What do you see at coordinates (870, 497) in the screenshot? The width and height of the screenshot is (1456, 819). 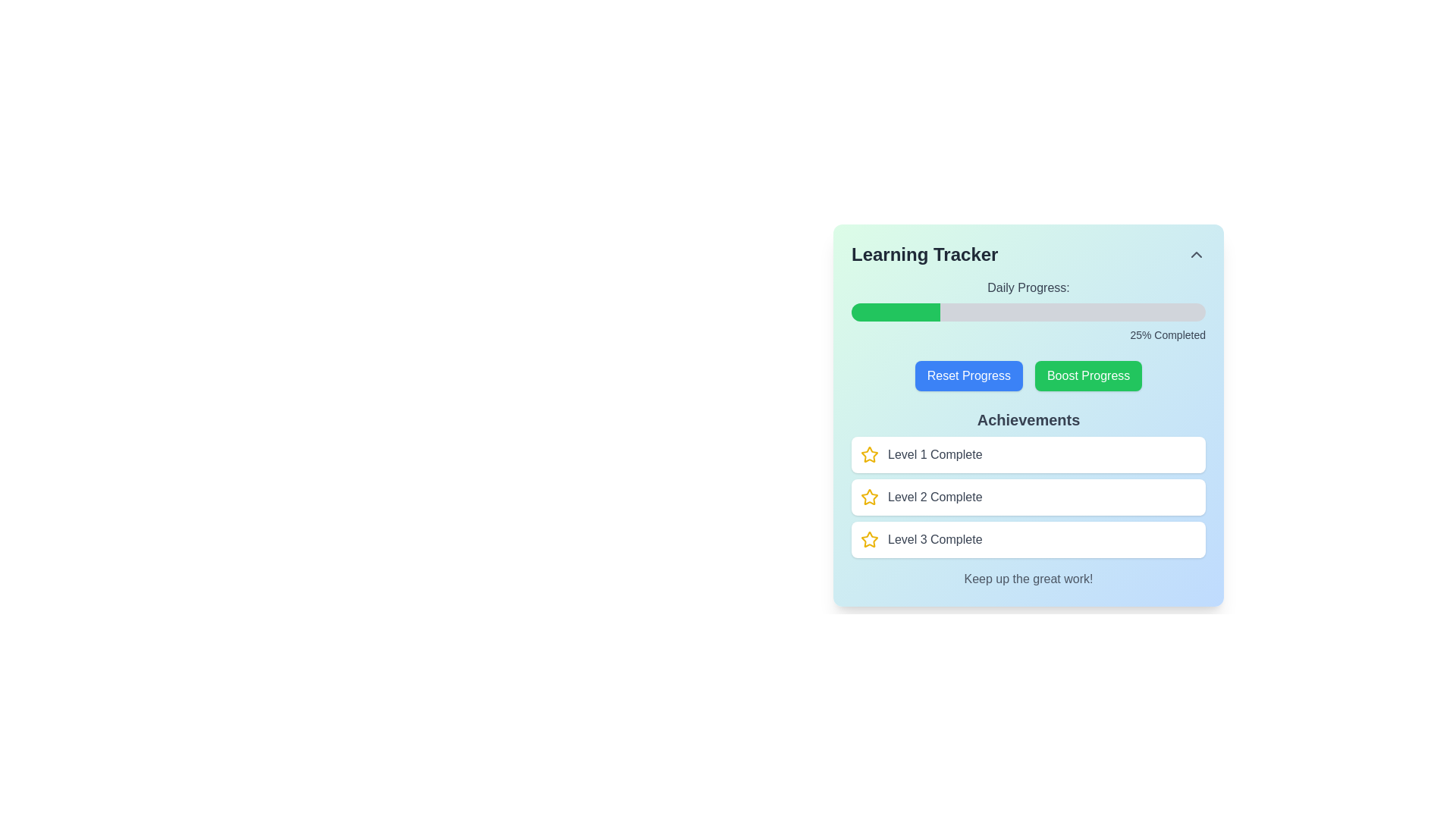 I see `the first star icon in the 'Achievements' section, which indicates the completion of 'Level 1'` at bounding box center [870, 497].